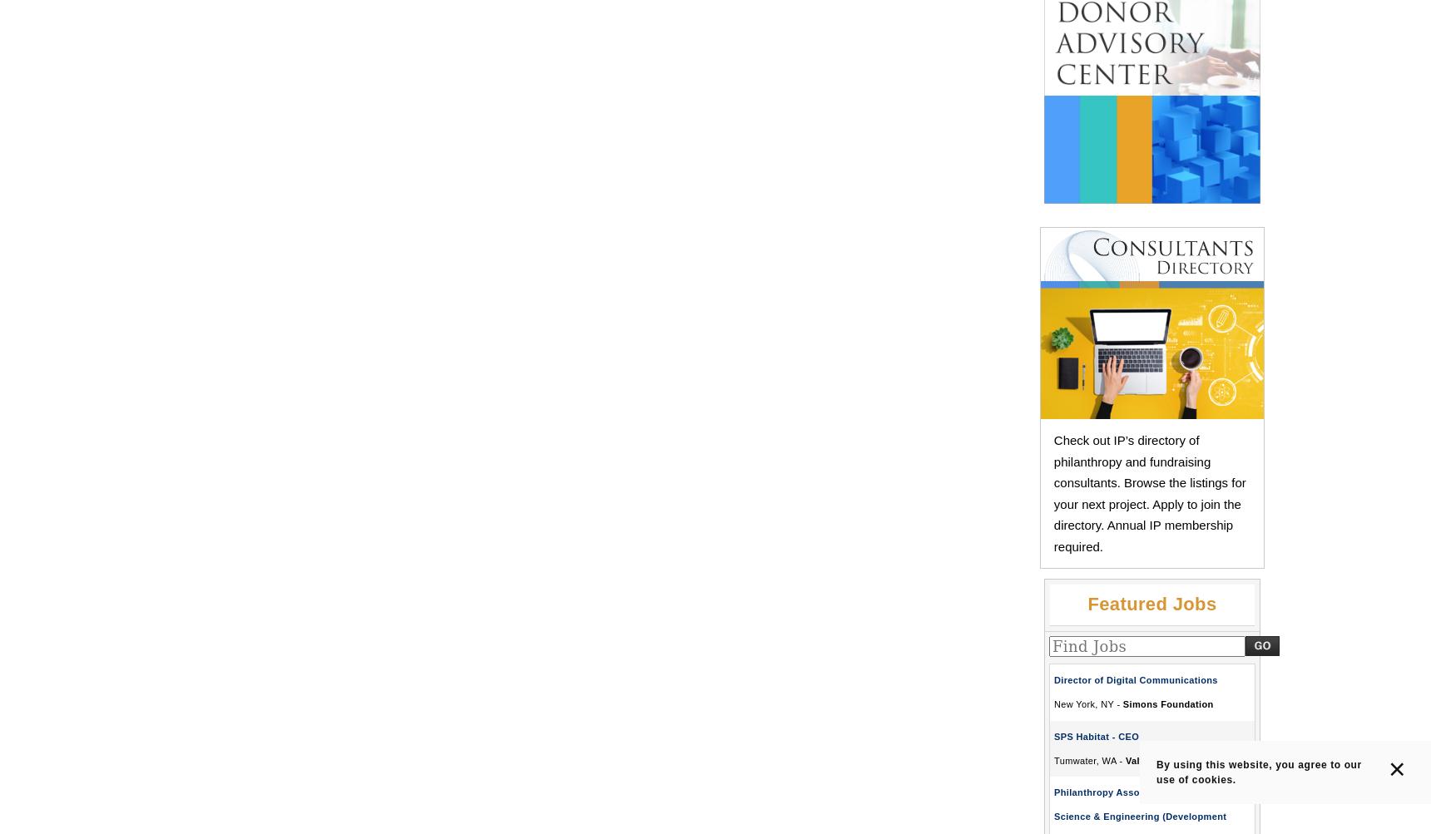 The width and height of the screenshot is (1456, 834). What do you see at coordinates (1151, 603) in the screenshot?
I see `'Featured Jobs'` at bounding box center [1151, 603].